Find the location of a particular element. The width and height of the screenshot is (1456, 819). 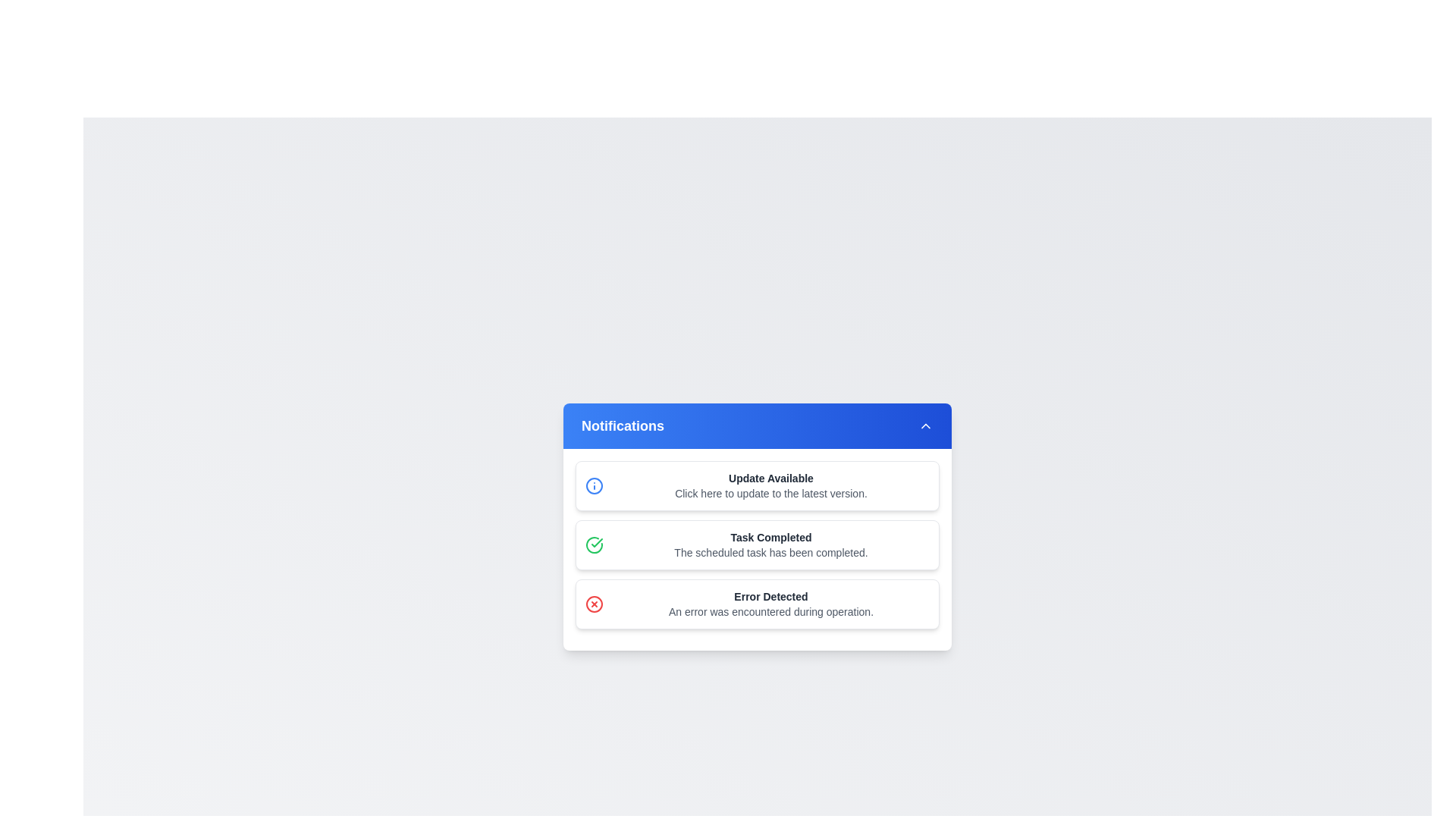

the static informational text block displaying 'Task Completed' with a description 'The scheduled task has been completed', which is located in the second notification card under 'Notifications' is located at coordinates (771, 544).